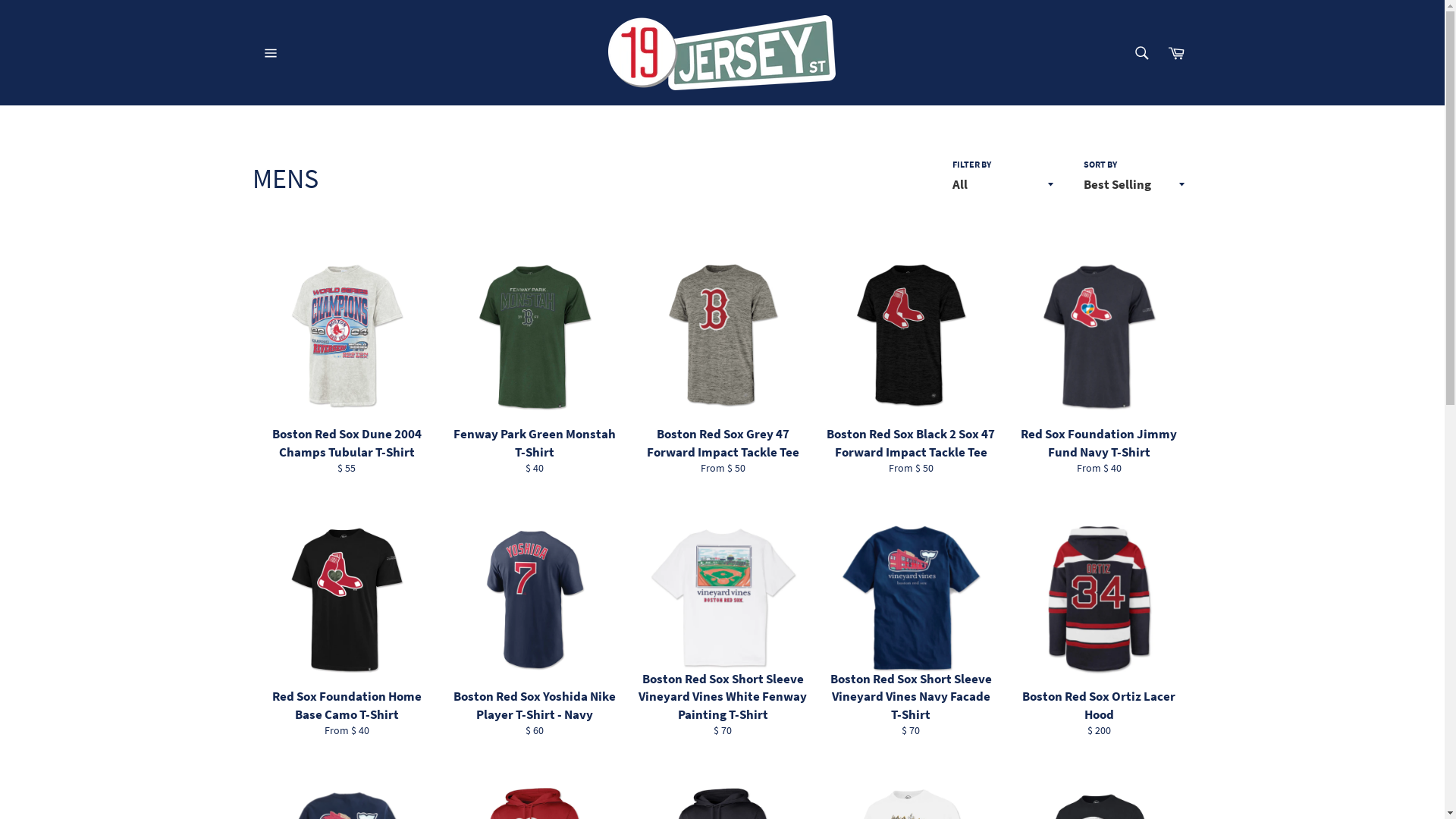  Describe the element at coordinates (1175, 52) in the screenshot. I see `'Cart'` at that location.